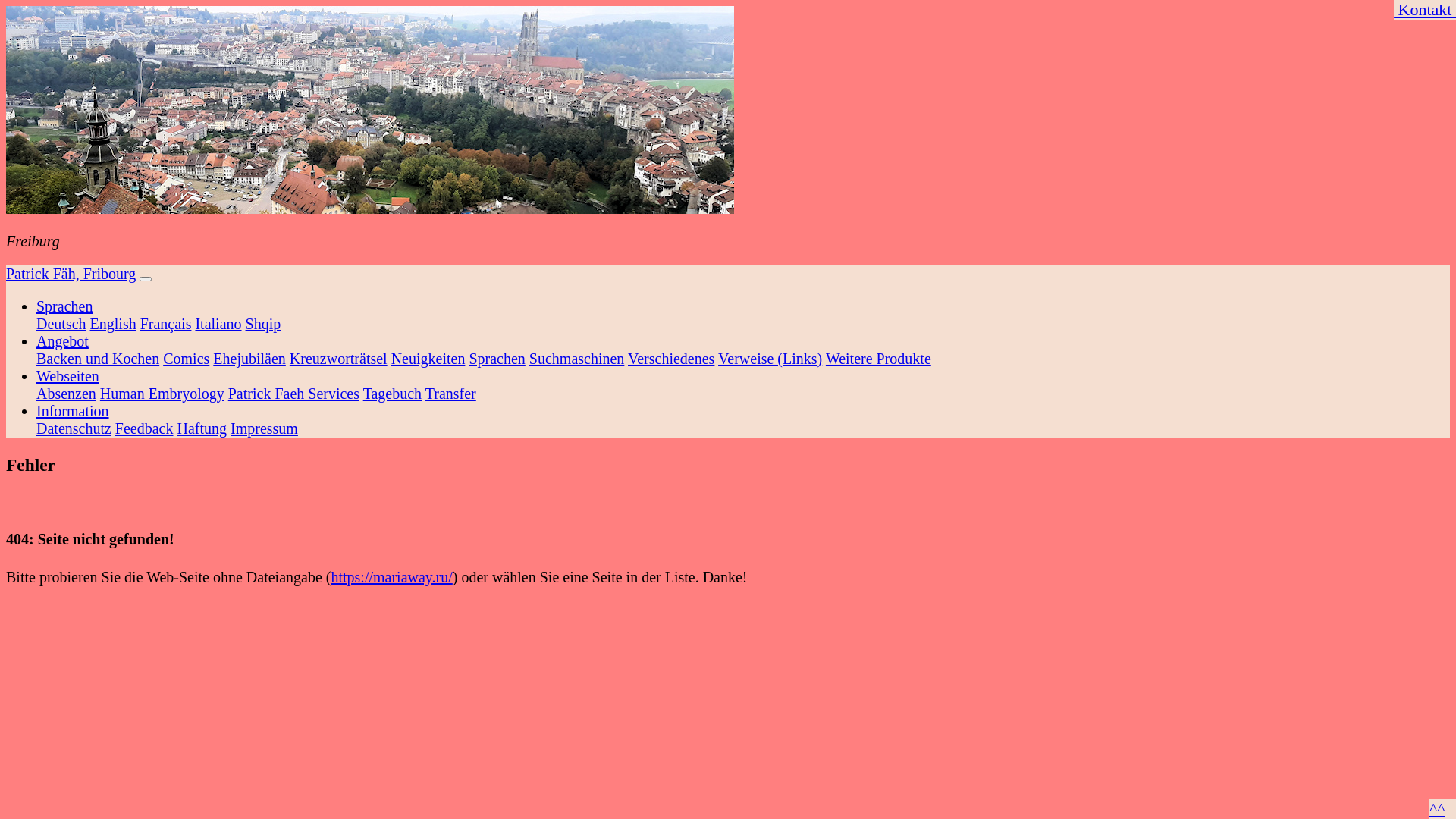 The width and height of the screenshot is (1456, 819). Describe the element at coordinates (392, 393) in the screenshot. I see `'Tagebuch'` at that location.